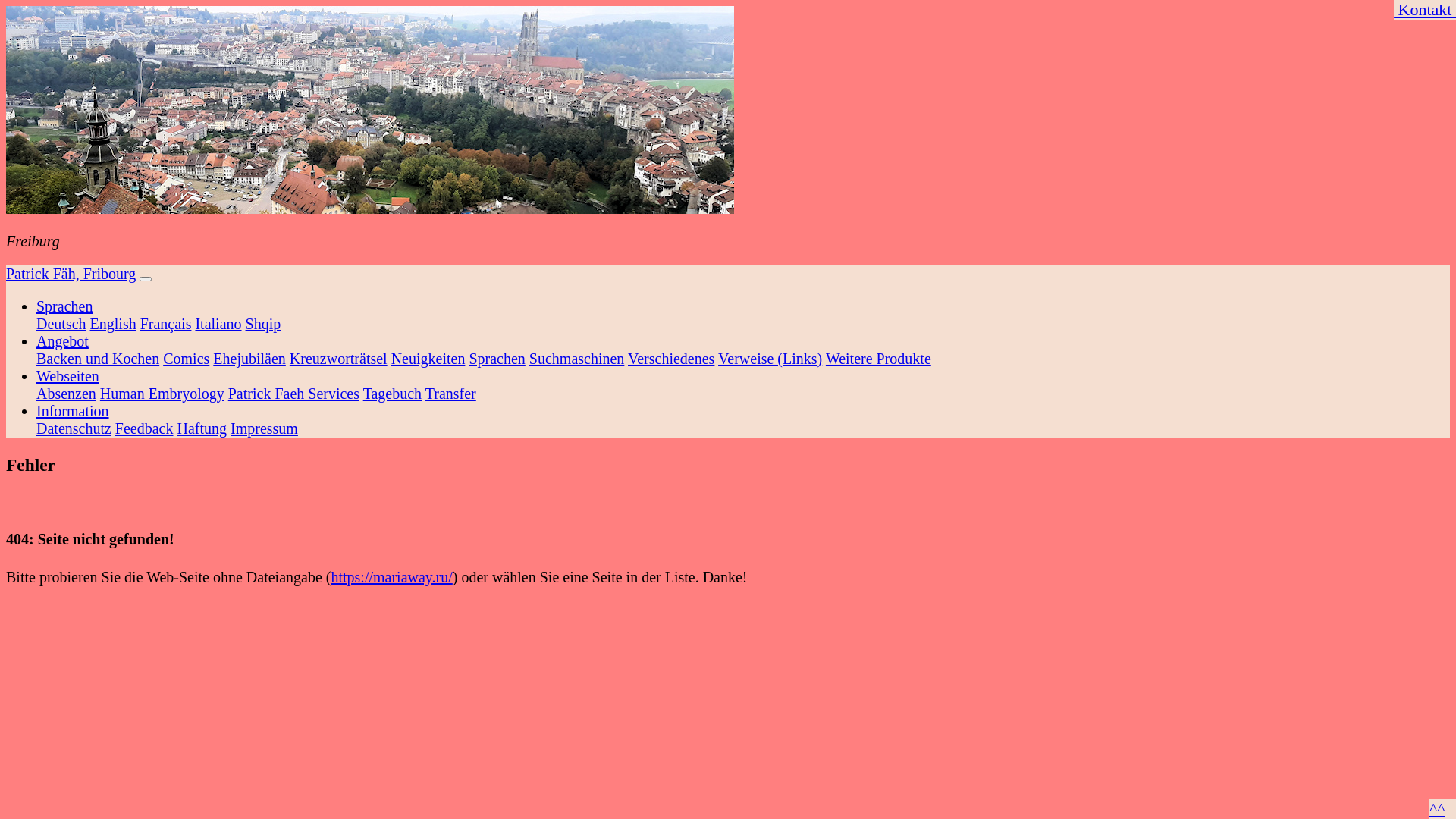 The width and height of the screenshot is (1456, 819). Describe the element at coordinates (392, 393) in the screenshot. I see `'Tagebuch'` at that location.